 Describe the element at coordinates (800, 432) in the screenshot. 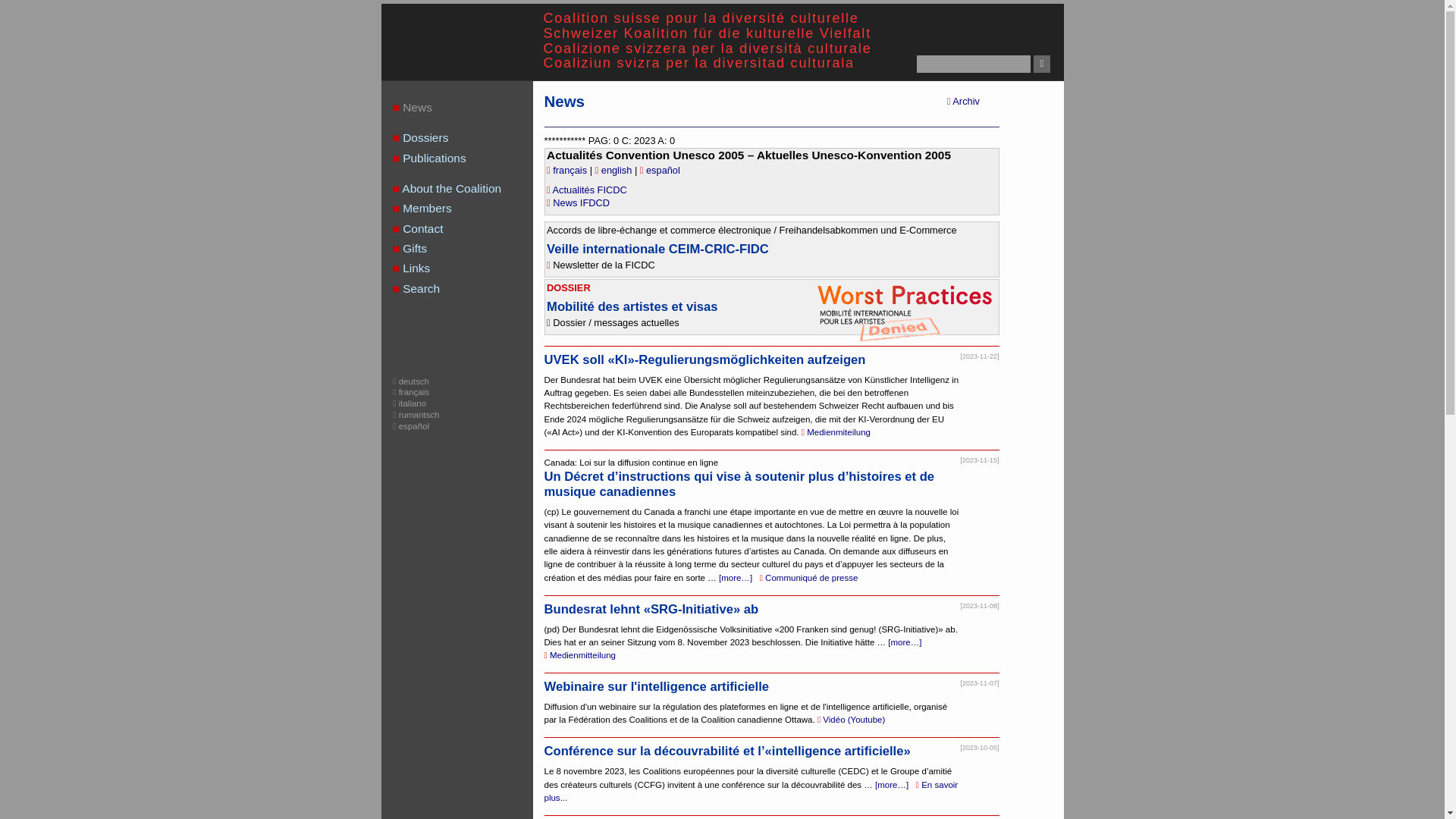

I see `'Medienmiteilung'` at that location.